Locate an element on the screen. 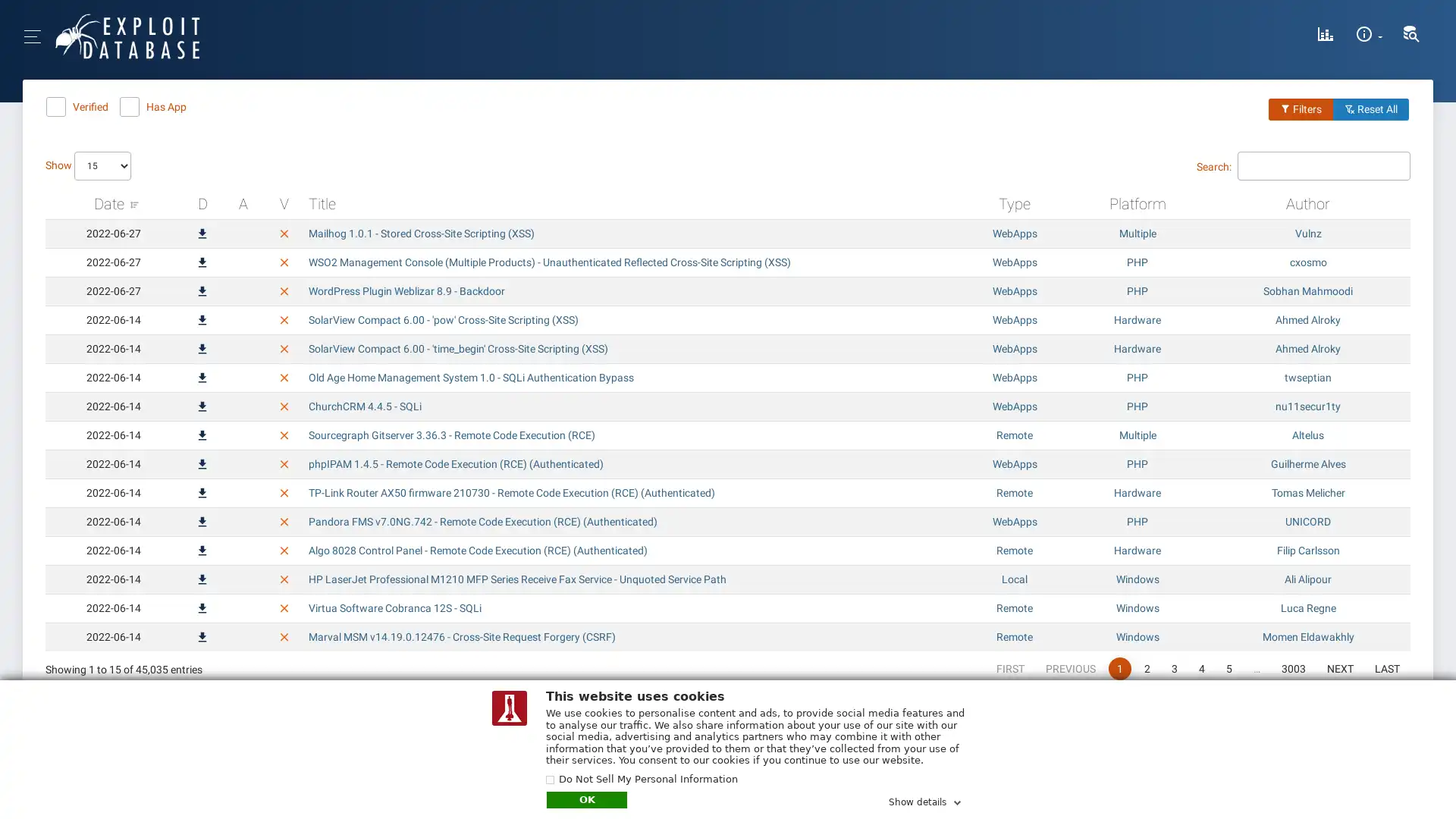 The width and height of the screenshot is (1456, 819). Reset All is located at coordinates (1371, 108).